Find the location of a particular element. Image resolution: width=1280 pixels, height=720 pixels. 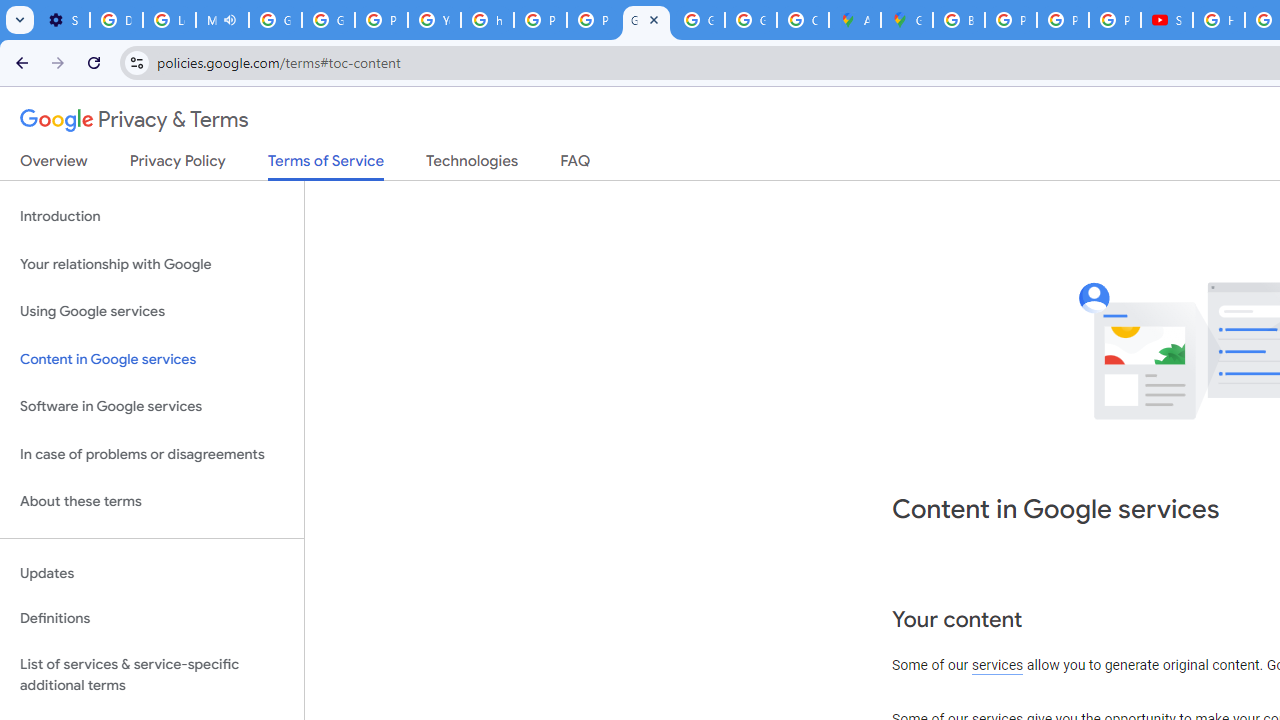

'Definitions' is located at coordinates (151, 618).